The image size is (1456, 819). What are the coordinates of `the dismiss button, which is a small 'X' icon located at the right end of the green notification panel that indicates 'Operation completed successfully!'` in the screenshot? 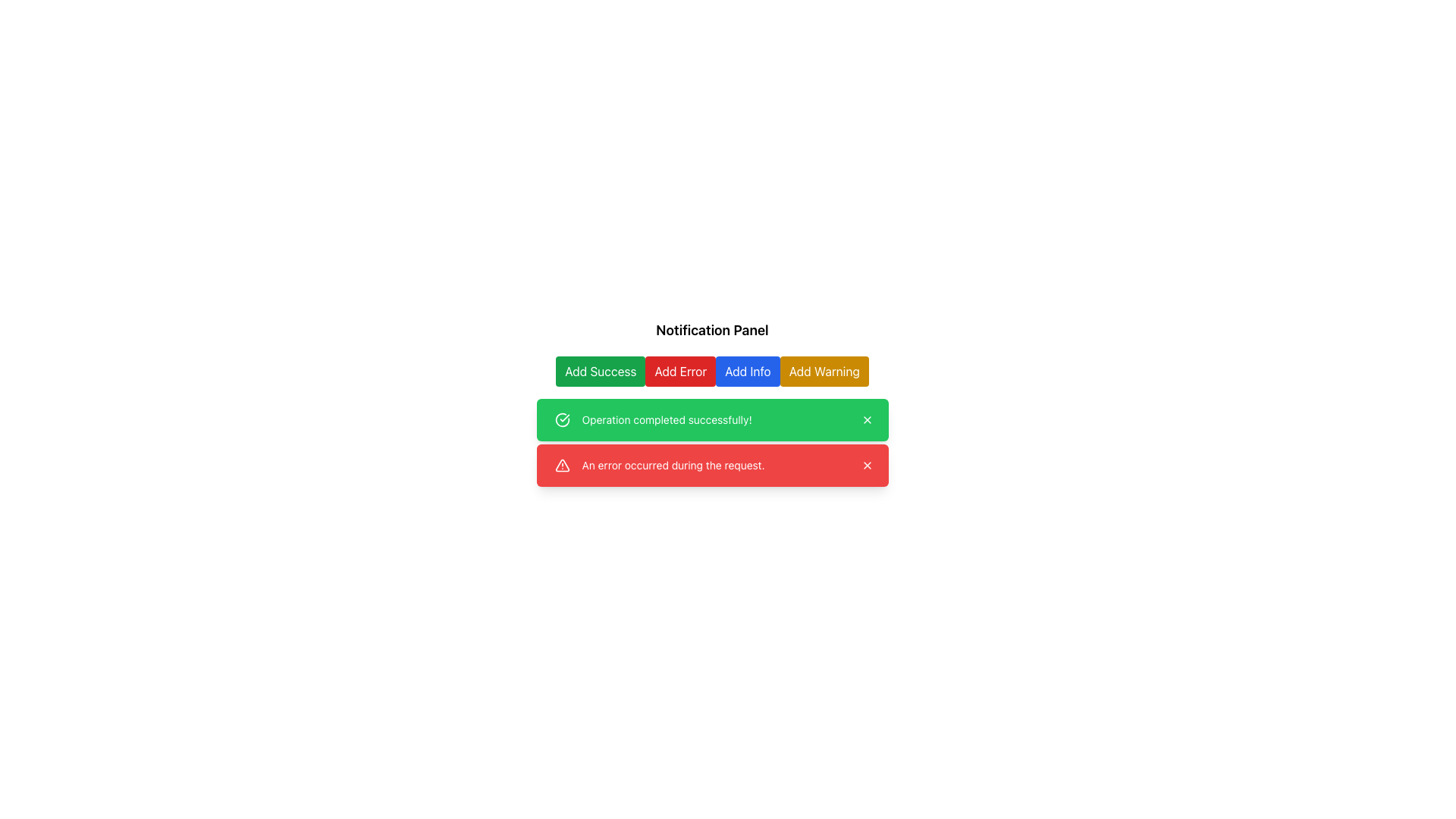 It's located at (867, 420).